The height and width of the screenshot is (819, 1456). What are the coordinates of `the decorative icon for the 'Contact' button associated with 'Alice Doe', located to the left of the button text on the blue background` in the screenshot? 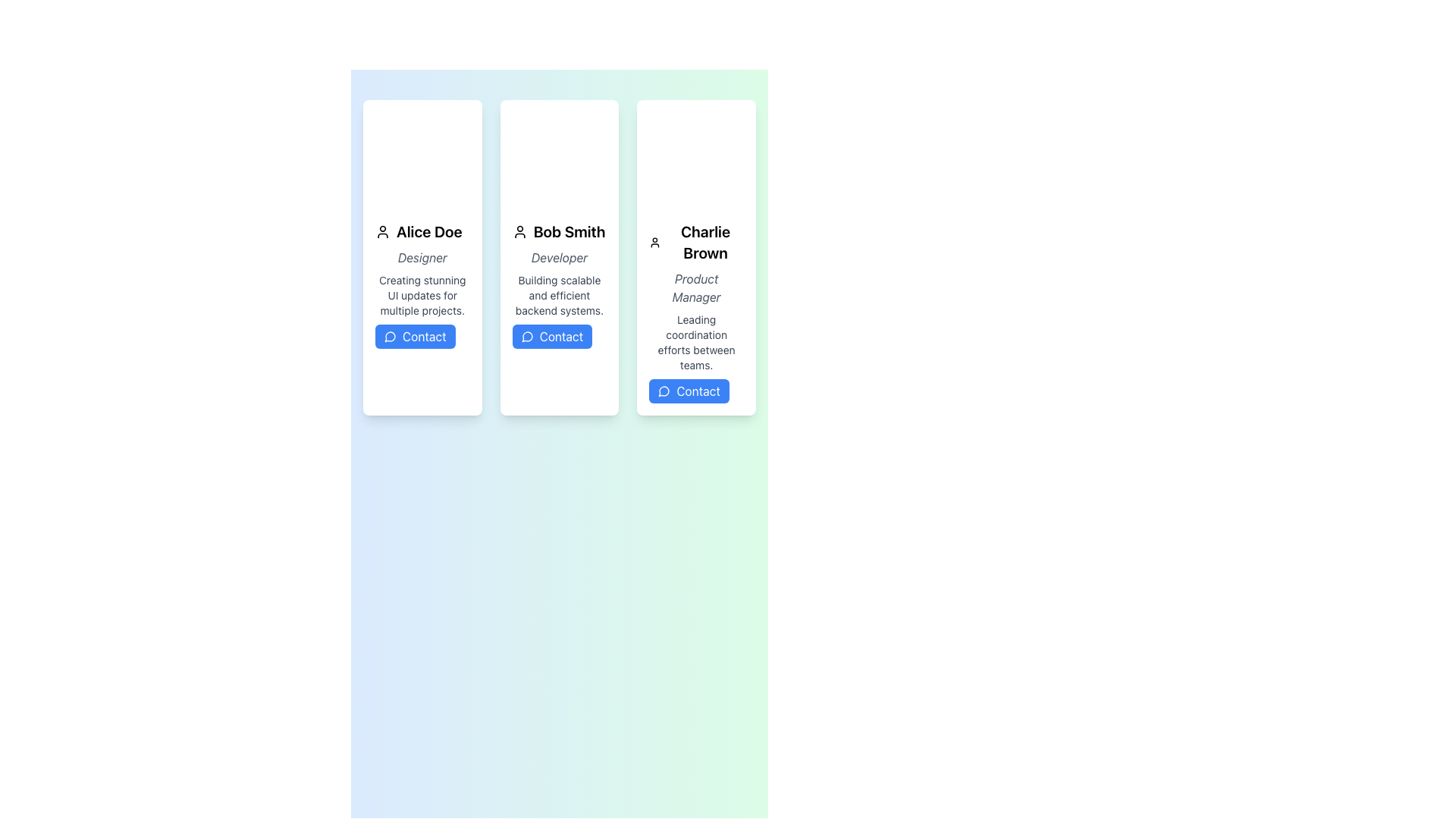 It's located at (390, 336).